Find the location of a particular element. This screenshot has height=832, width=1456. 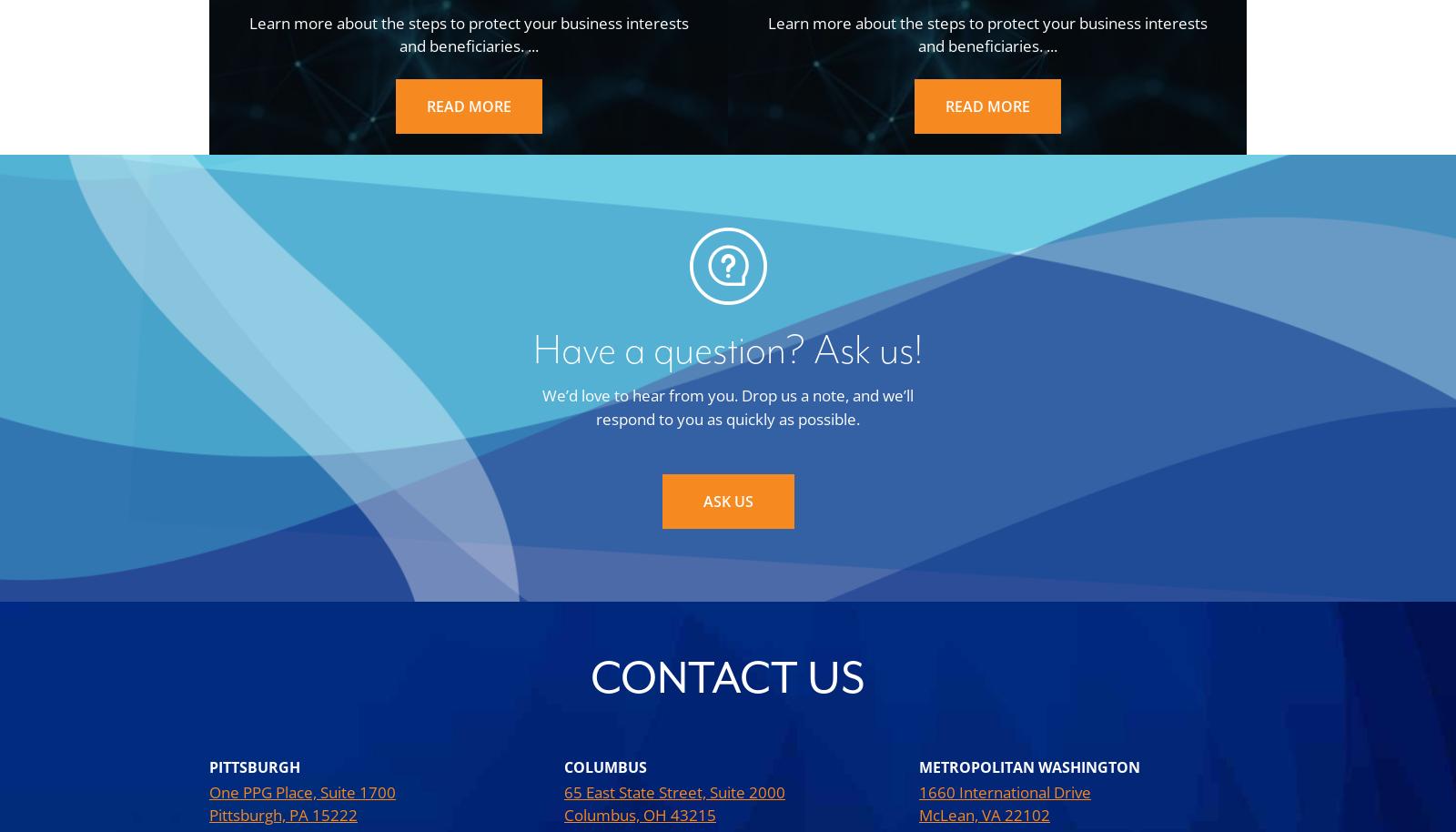

'Columbus' is located at coordinates (605, 766).